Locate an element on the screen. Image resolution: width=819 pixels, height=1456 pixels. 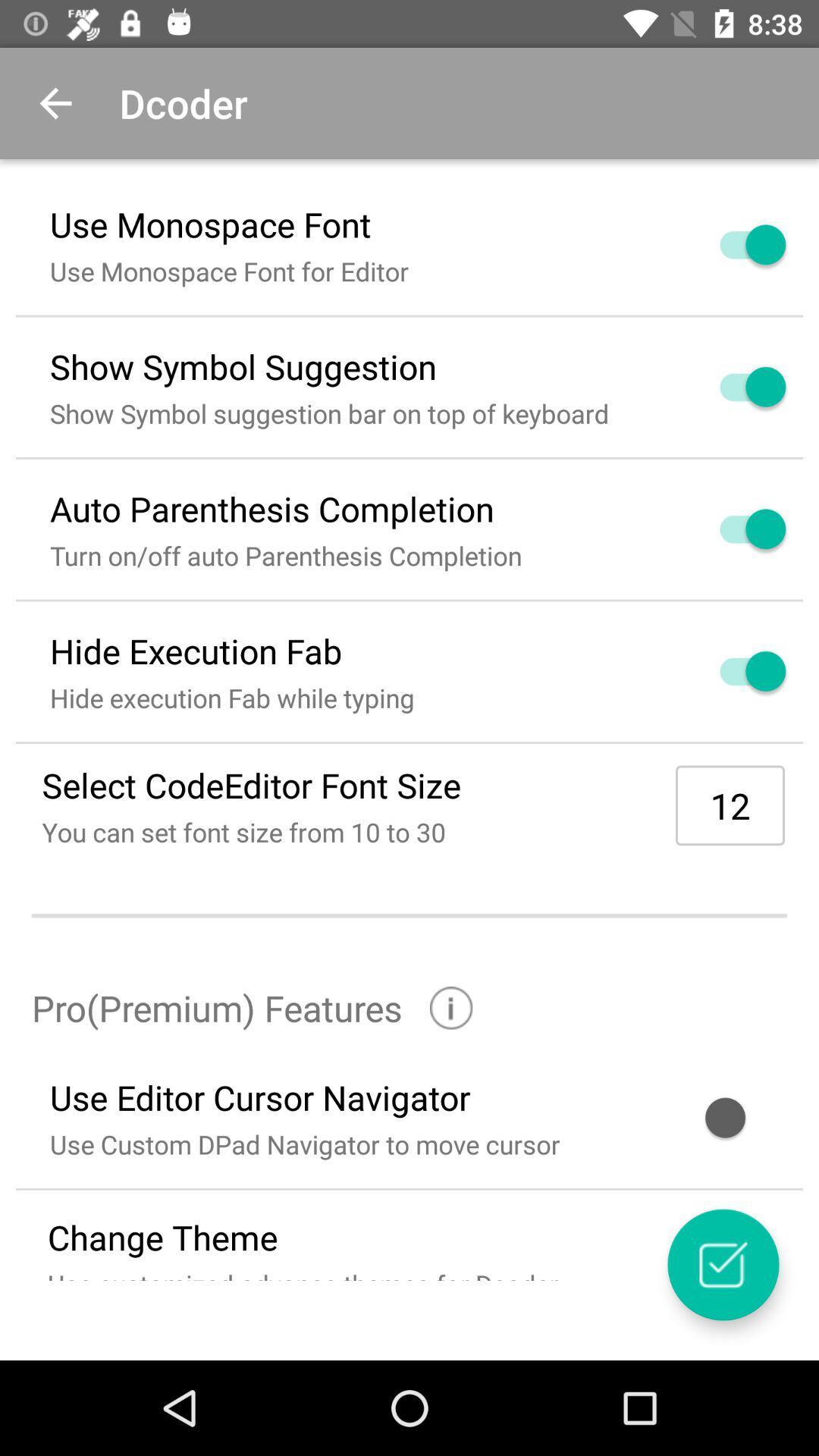
change theme is located at coordinates (722, 1264).